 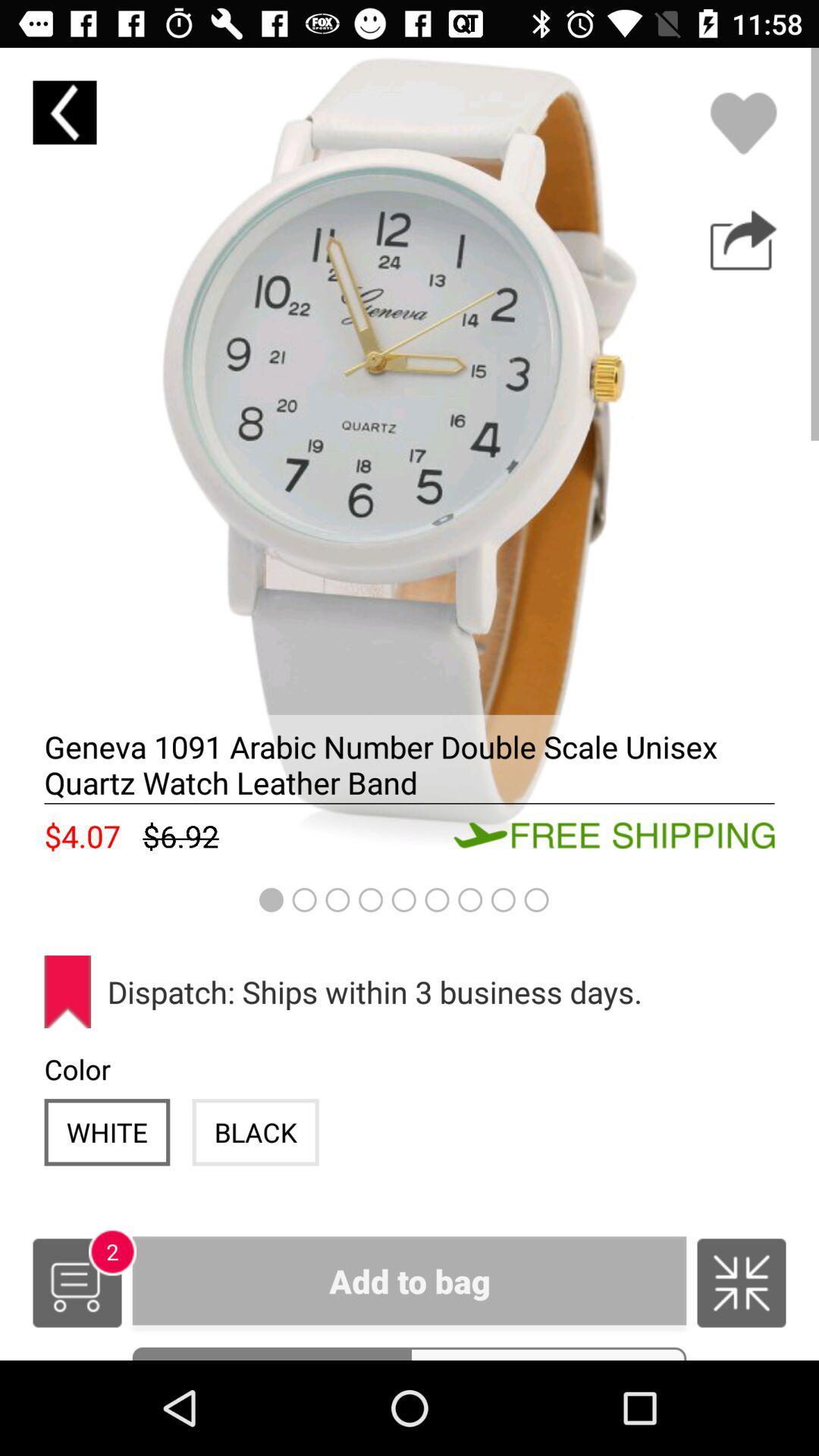 What do you see at coordinates (106, 1132) in the screenshot?
I see `the icon above the 2` at bounding box center [106, 1132].